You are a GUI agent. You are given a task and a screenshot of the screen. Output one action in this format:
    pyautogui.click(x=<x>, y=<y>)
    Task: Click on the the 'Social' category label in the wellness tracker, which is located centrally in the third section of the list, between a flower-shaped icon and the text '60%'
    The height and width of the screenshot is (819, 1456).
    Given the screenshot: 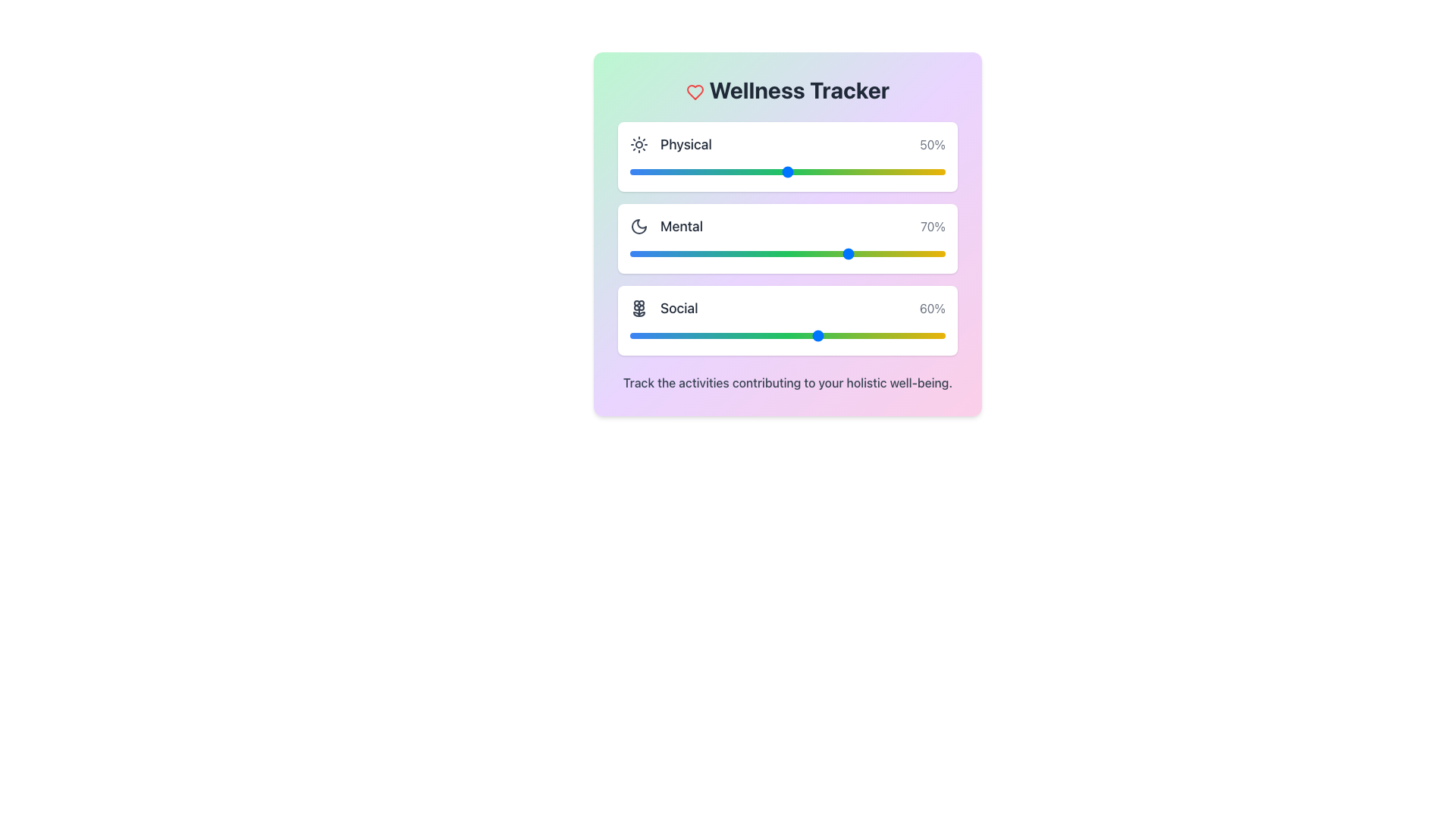 What is the action you would take?
    pyautogui.click(x=678, y=308)
    